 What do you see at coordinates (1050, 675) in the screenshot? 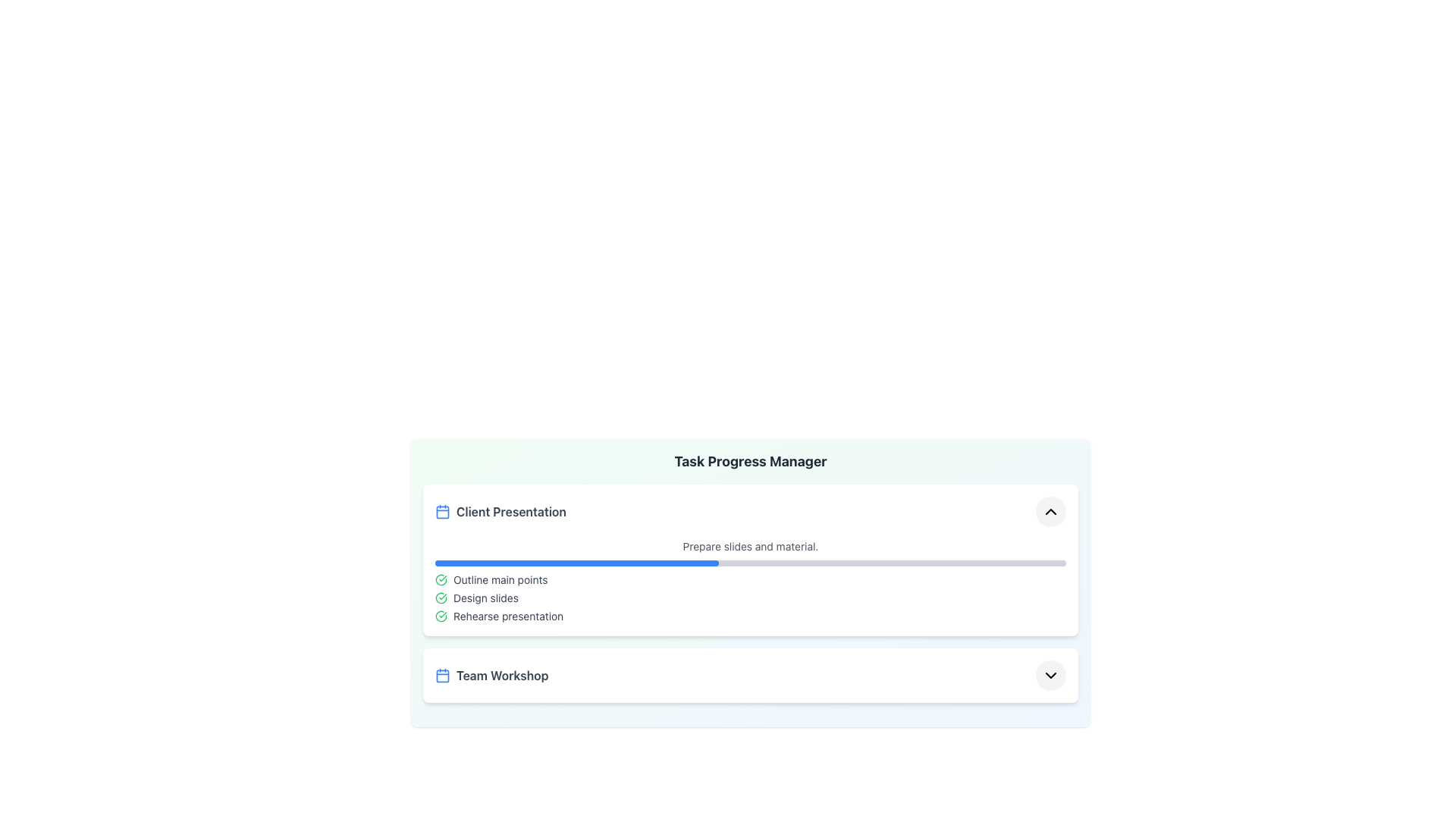
I see `the expand/collapse icon for the 'Team Workshop' task, located near the right edge of the task's text` at bounding box center [1050, 675].